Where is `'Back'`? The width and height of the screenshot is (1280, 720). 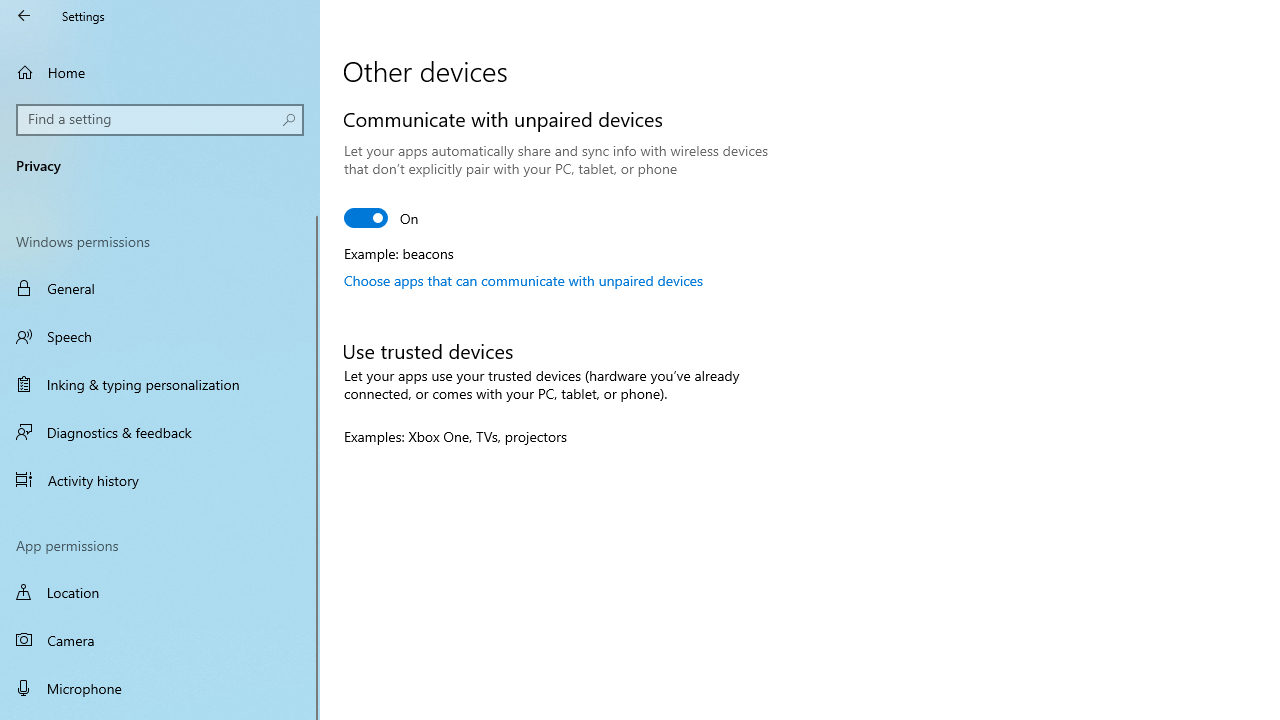
'Back' is located at coordinates (24, 15).